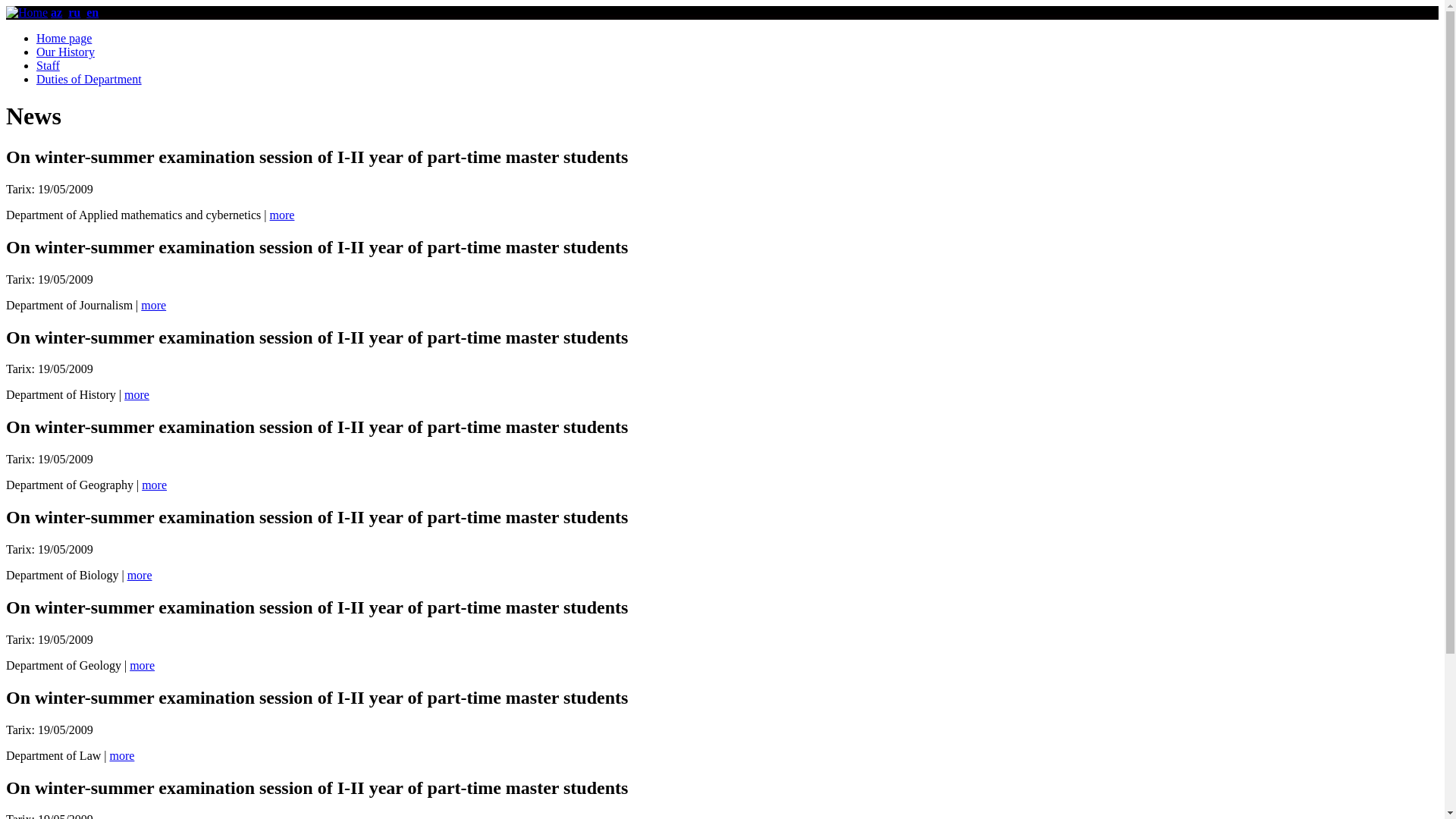  What do you see at coordinates (64, 51) in the screenshot?
I see `'Our History'` at bounding box center [64, 51].